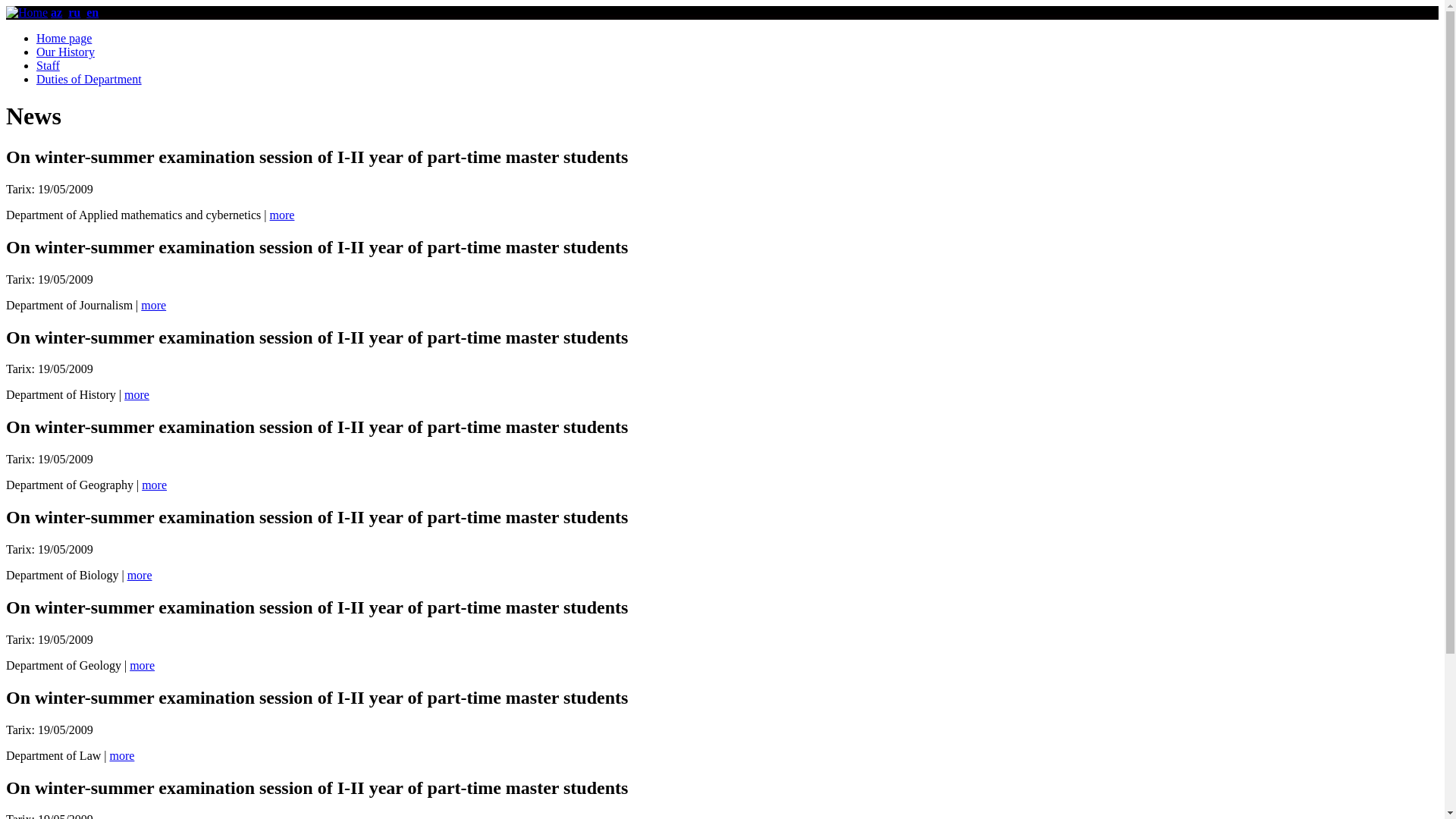  What do you see at coordinates (64, 51) in the screenshot?
I see `'Our History'` at bounding box center [64, 51].